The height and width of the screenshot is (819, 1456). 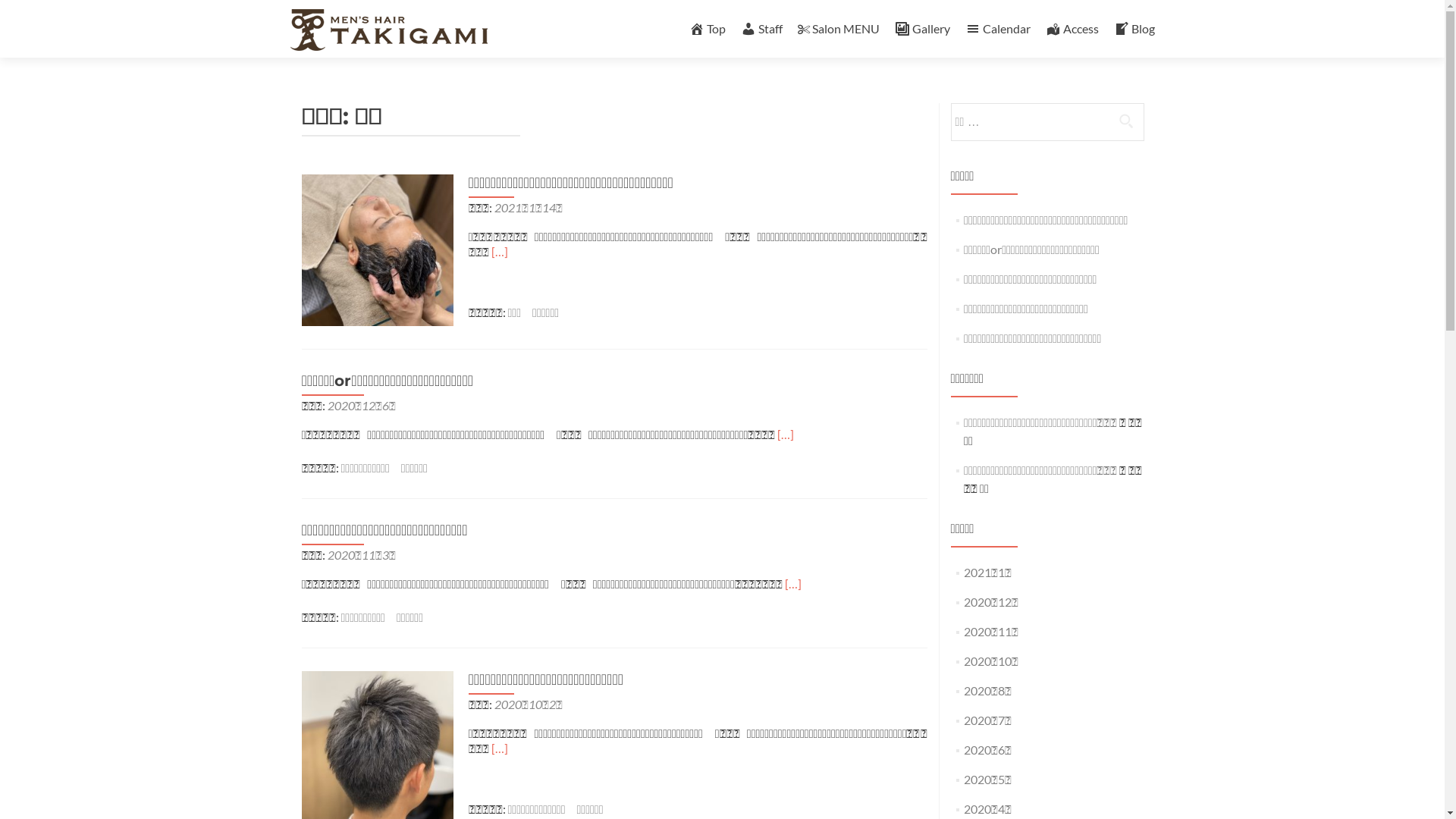 What do you see at coordinates (1133, 28) in the screenshot?
I see `'Blog'` at bounding box center [1133, 28].